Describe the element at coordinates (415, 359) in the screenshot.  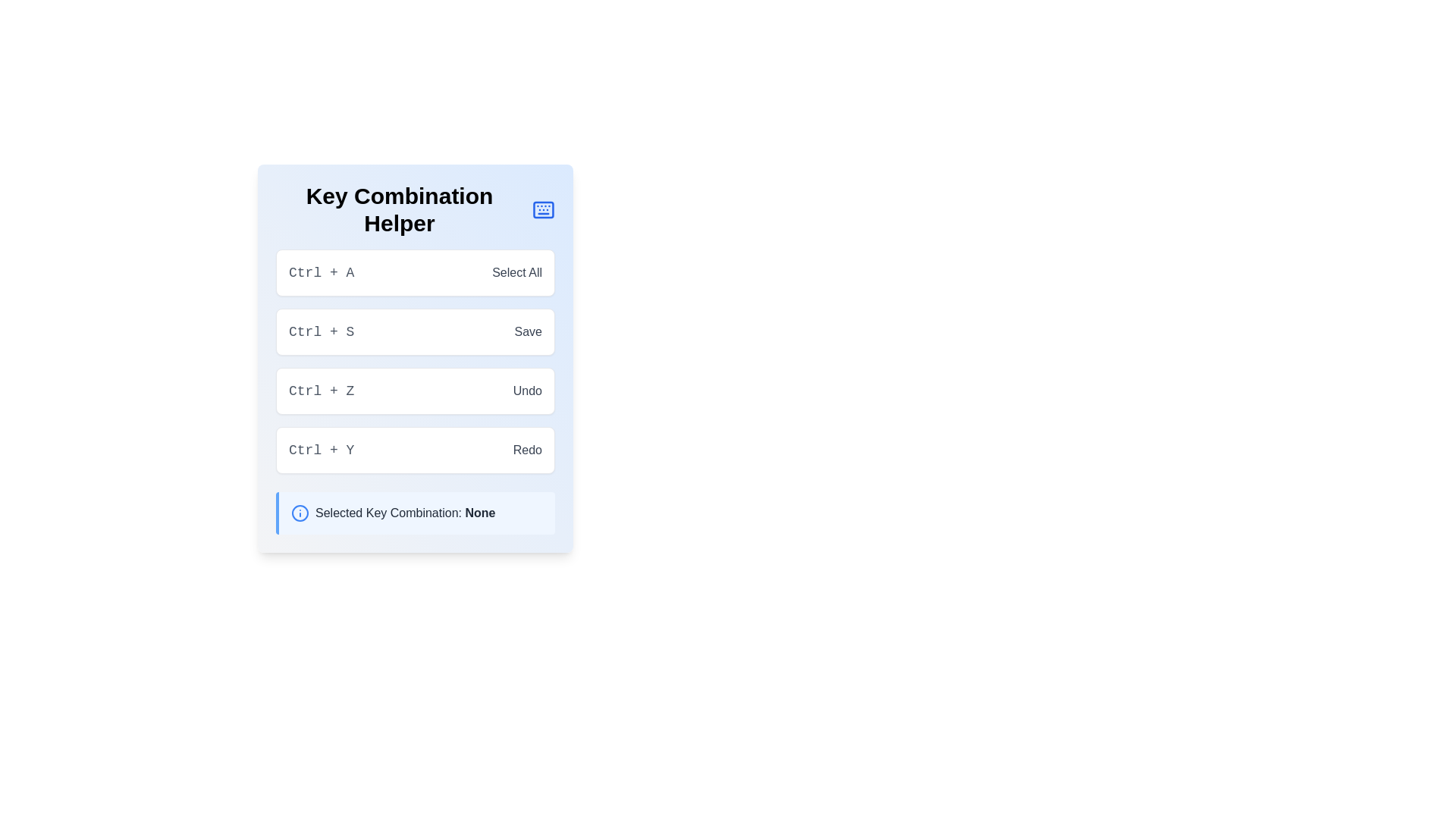
I see `the Informational display panel that provides a structured list of key combinations and their descriptions, located beneath the 'Key Combination Helper' title and above the footer displaying 'Selected Key Combination: None'` at that location.